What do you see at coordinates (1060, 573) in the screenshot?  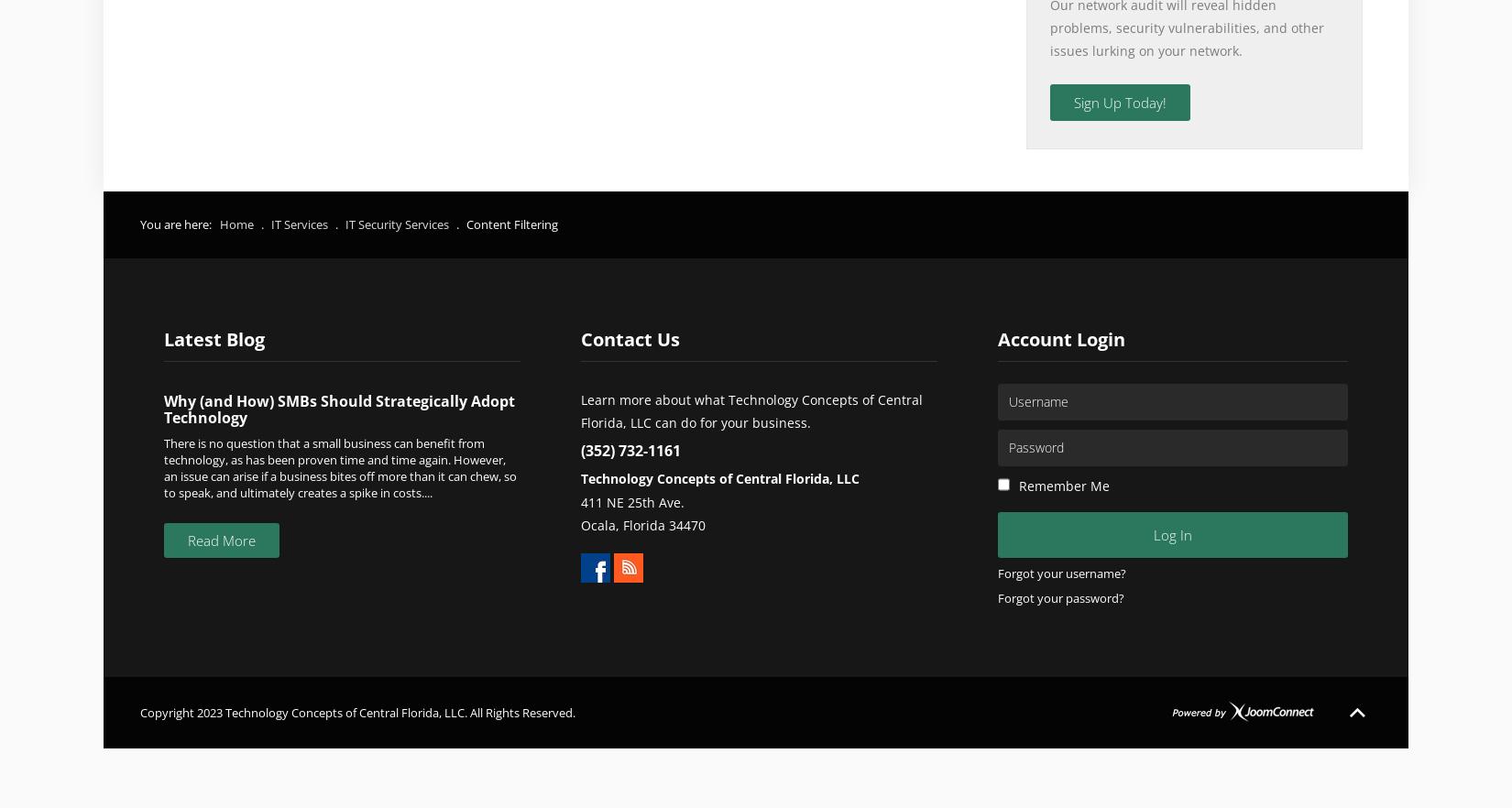 I see `'Forgot your username?'` at bounding box center [1060, 573].